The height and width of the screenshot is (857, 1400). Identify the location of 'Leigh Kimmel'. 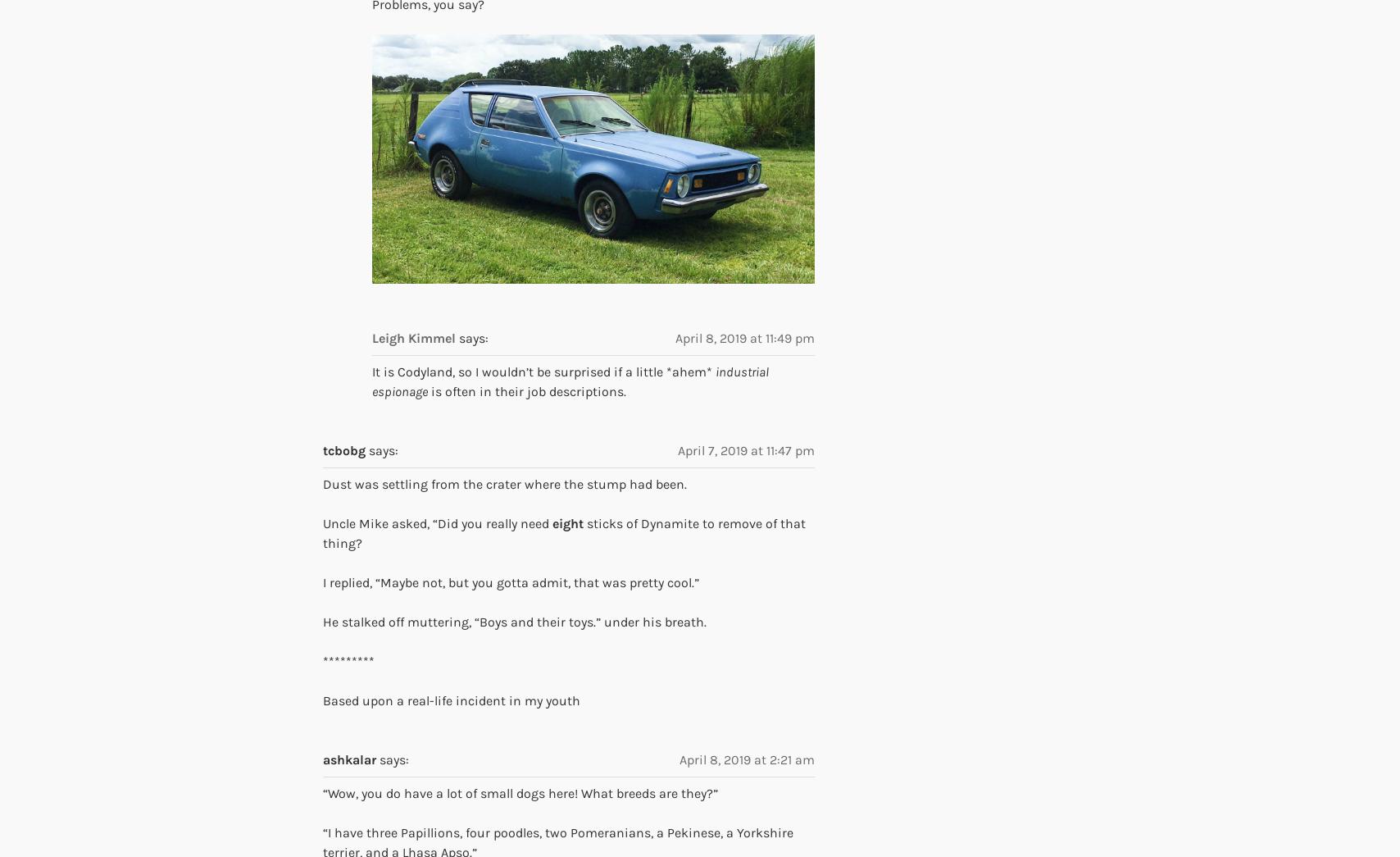
(414, 337).